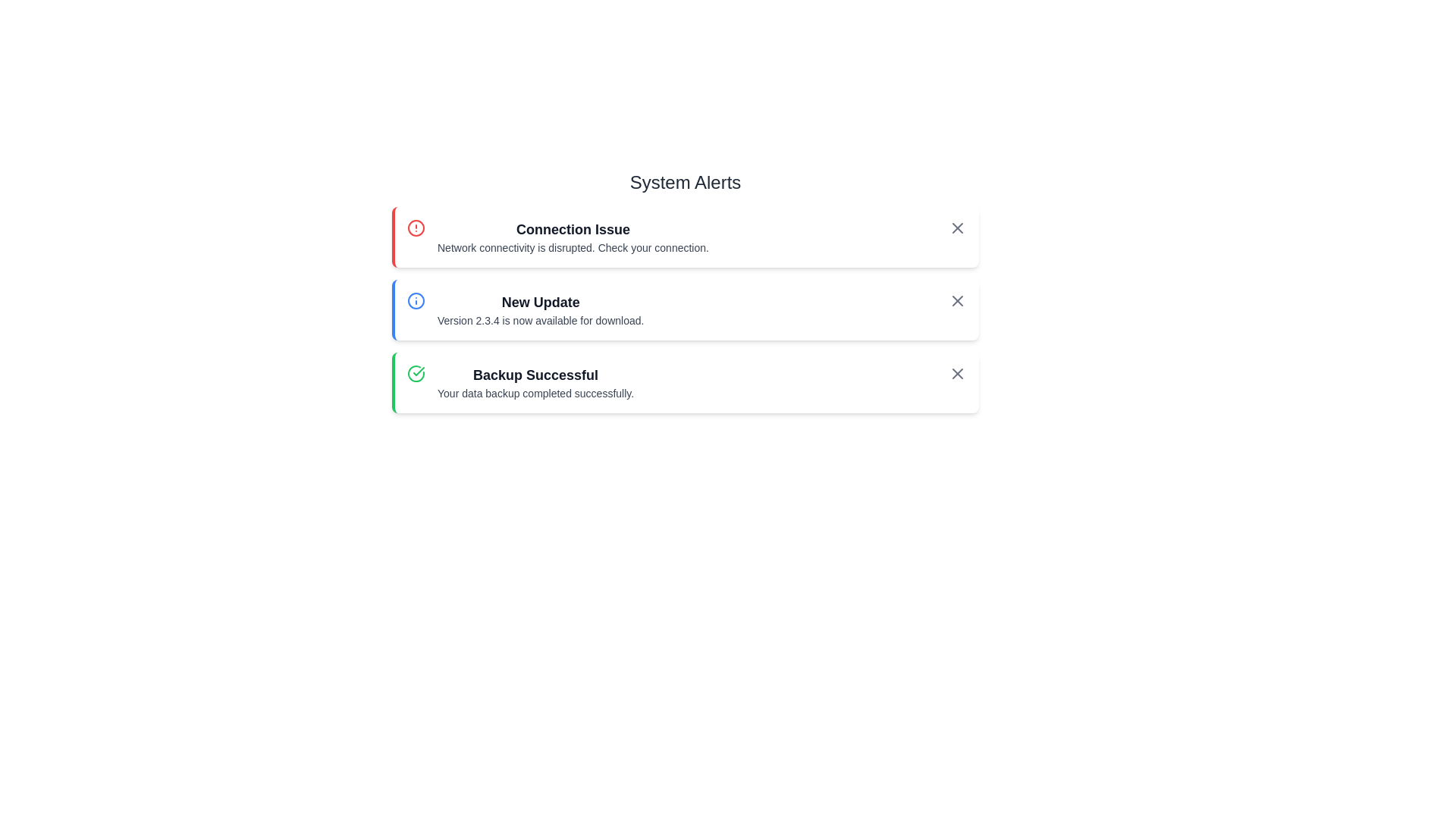  Describe the element at coordinates (684, 309) in the screenshot. I see `the composite component displaying system alerts, which is structured in a vertical grid list beneath the title 'System Alerts'` at that location.